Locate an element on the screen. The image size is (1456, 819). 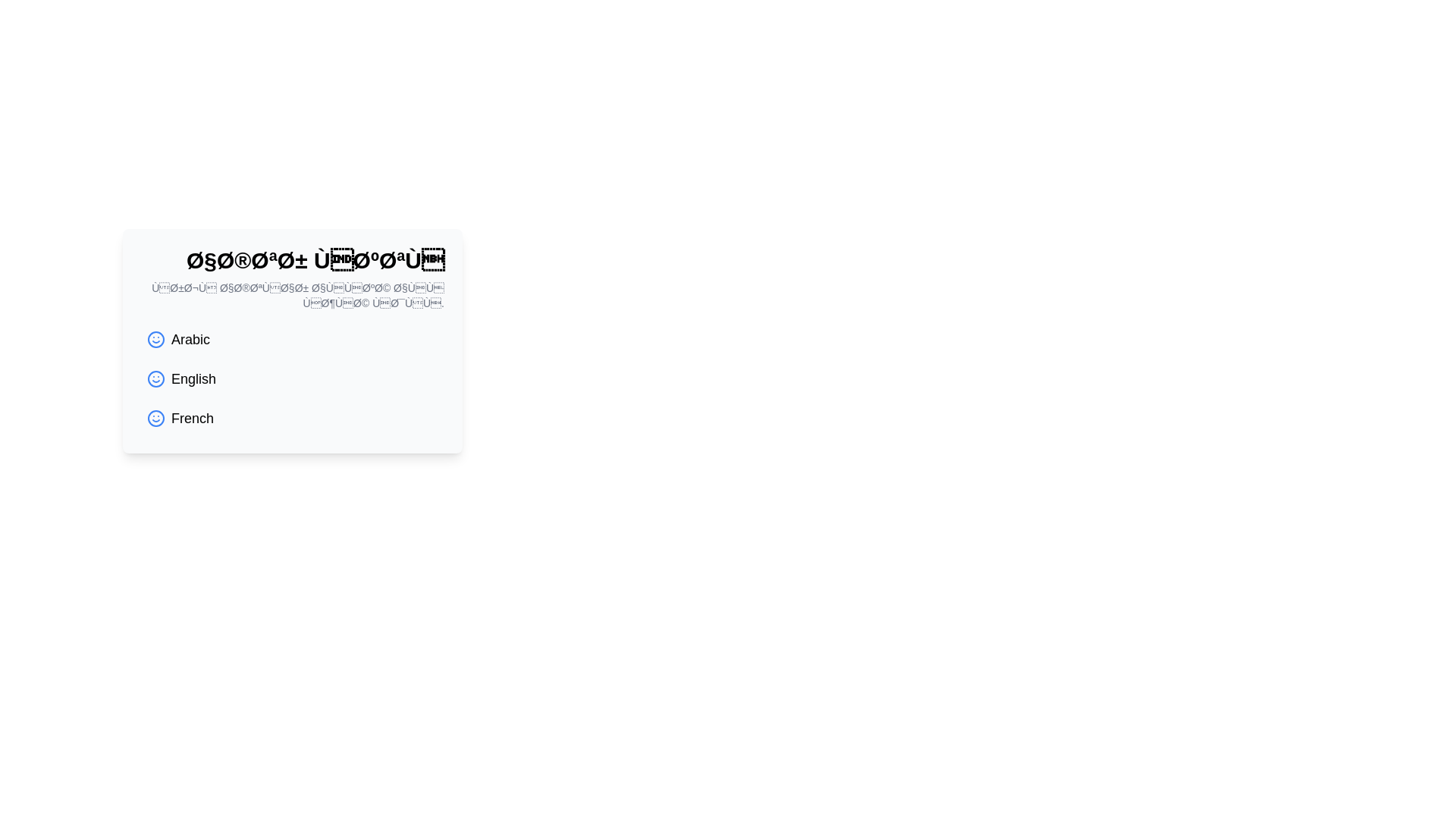
the 'Arabic' language option text label, which is the first entry in the list of selectable languages, positioned to the right of a blue smiley face icon is located at coordinates (190, 338).